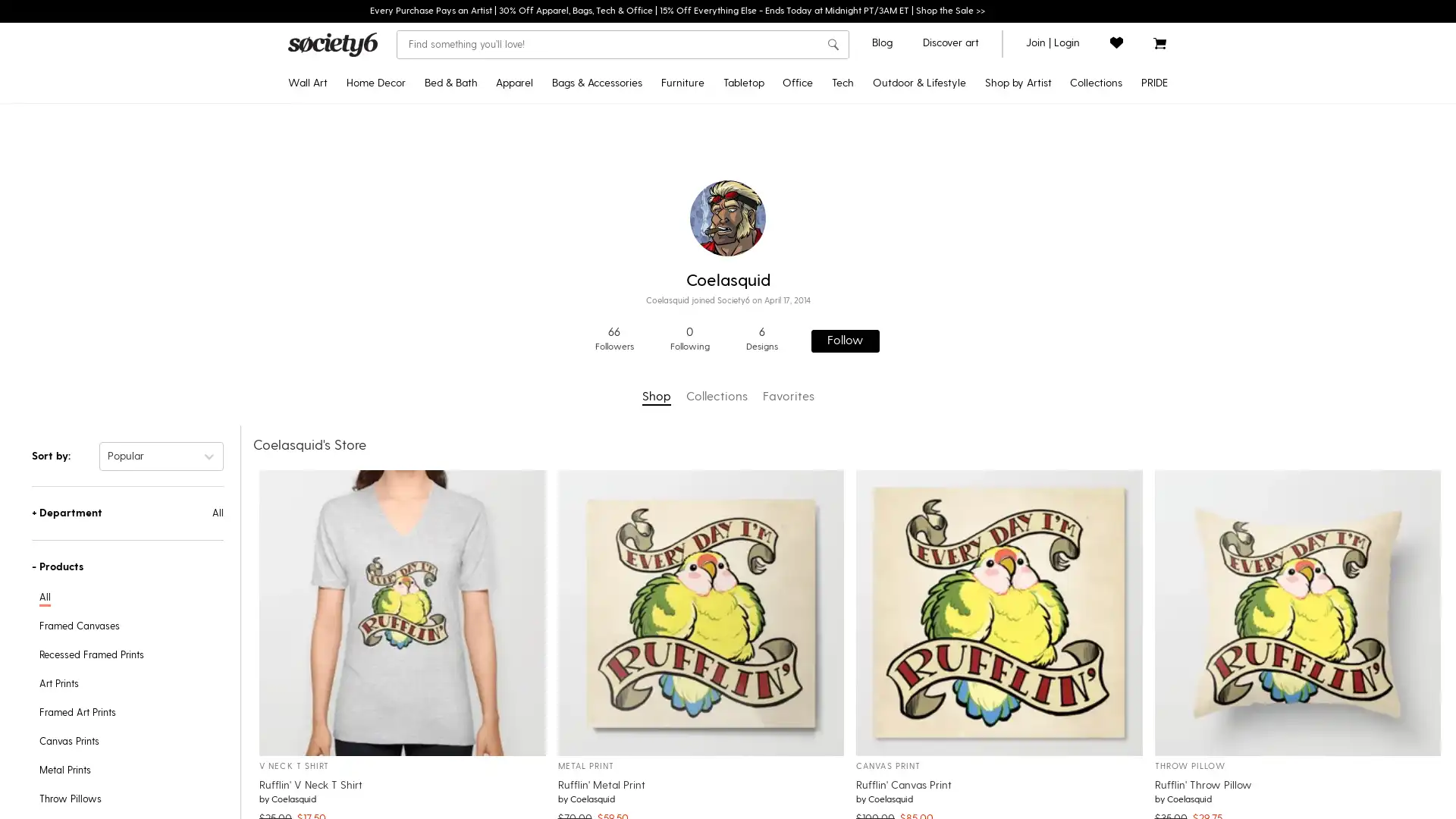 The height and width of the screenshot is (819, 1456). Describe the element at coordinates (483, 243) in the screenshot. I see `Hand & Bath Towels` at that location.